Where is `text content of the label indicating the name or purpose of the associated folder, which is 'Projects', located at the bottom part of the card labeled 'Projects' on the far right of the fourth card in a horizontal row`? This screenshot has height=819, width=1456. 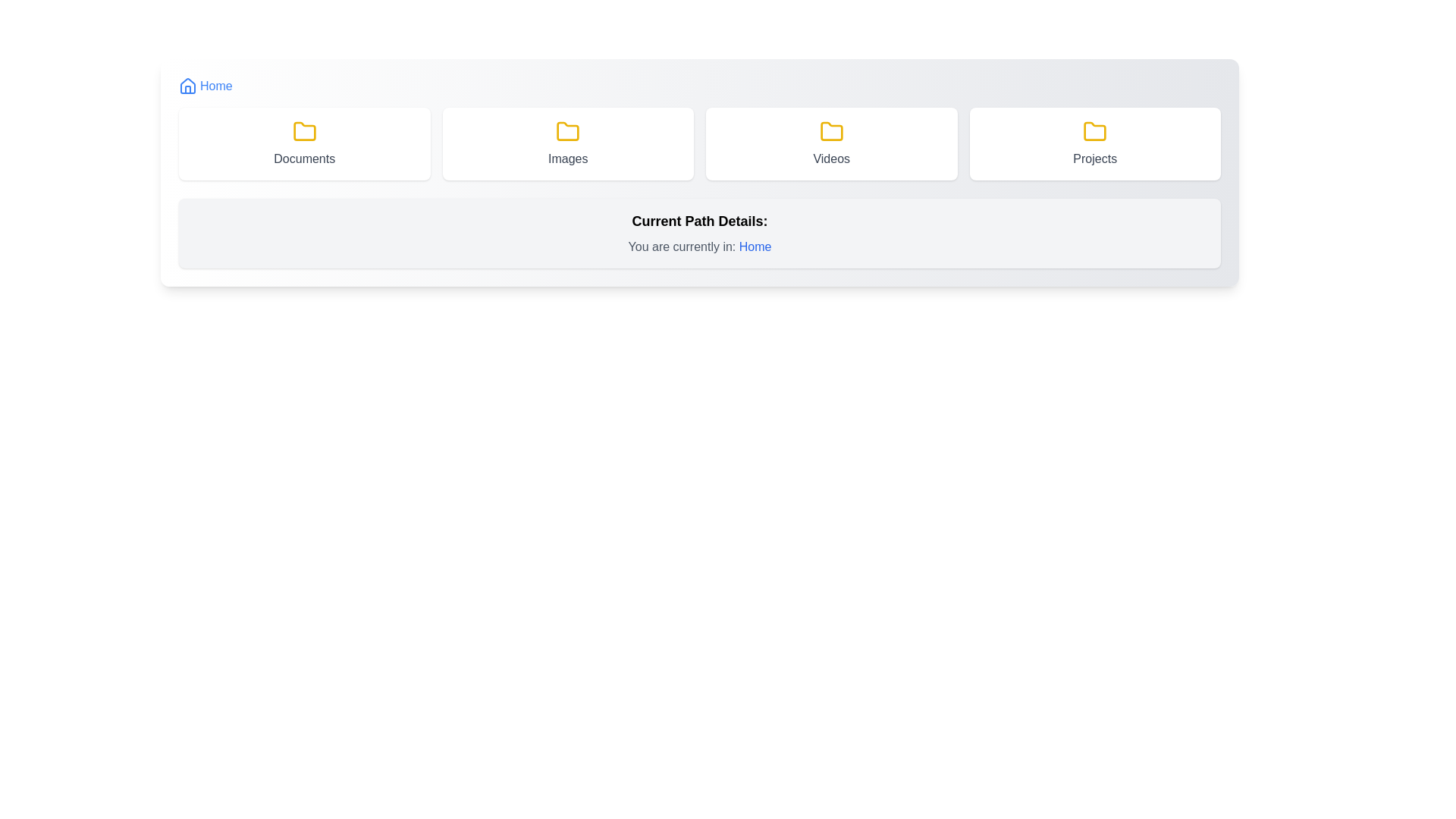 text content of the label indicating the name or purpose of the associated folder, which is 'Projects', located at the bottom part of the card labeled 'Projects' on the far right of the fourth card in a horizontal row is located at coordinates (1095, 158).